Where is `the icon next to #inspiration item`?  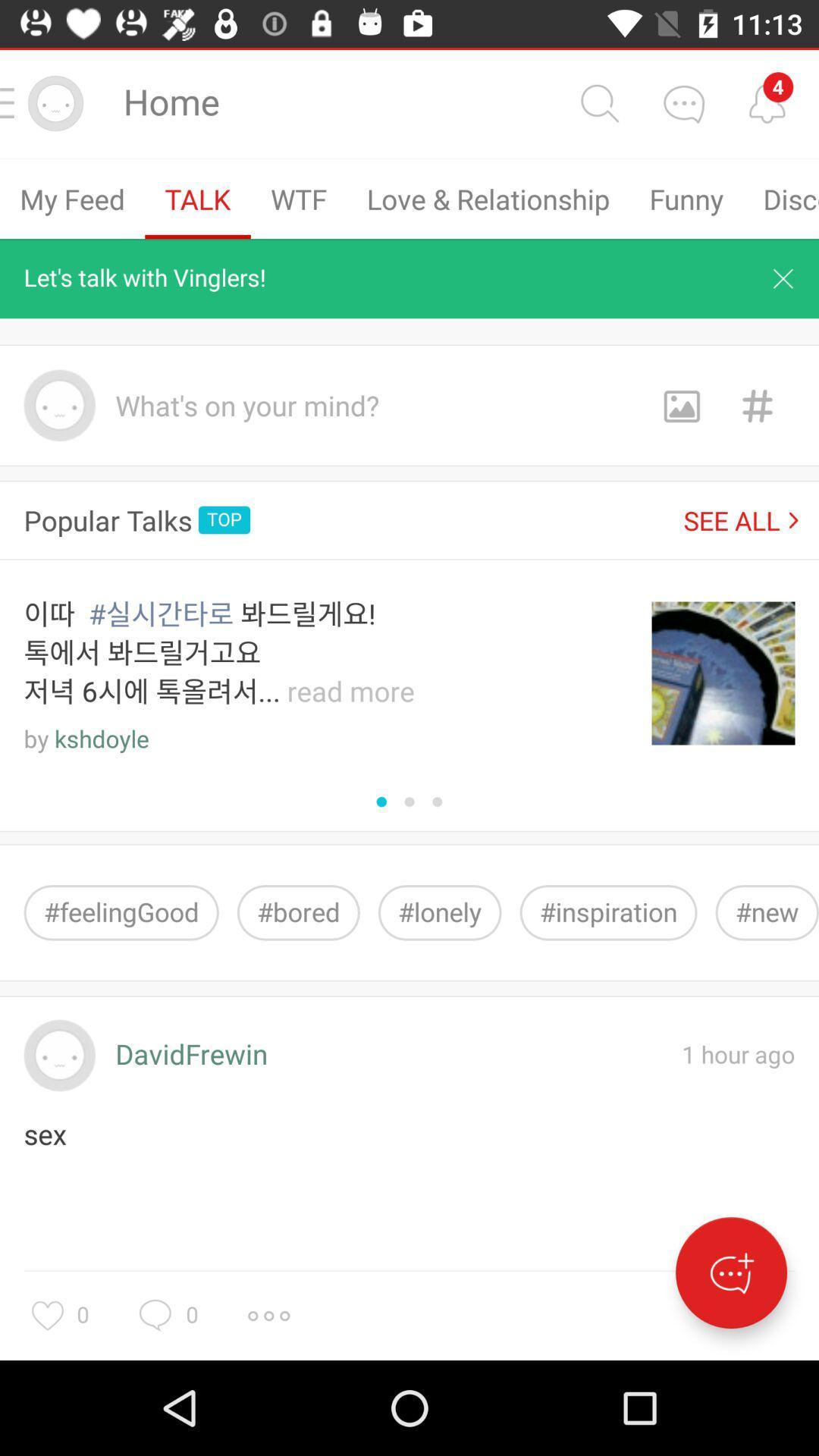
the icon next to #inspiration item is located at coordinates (767, 912).